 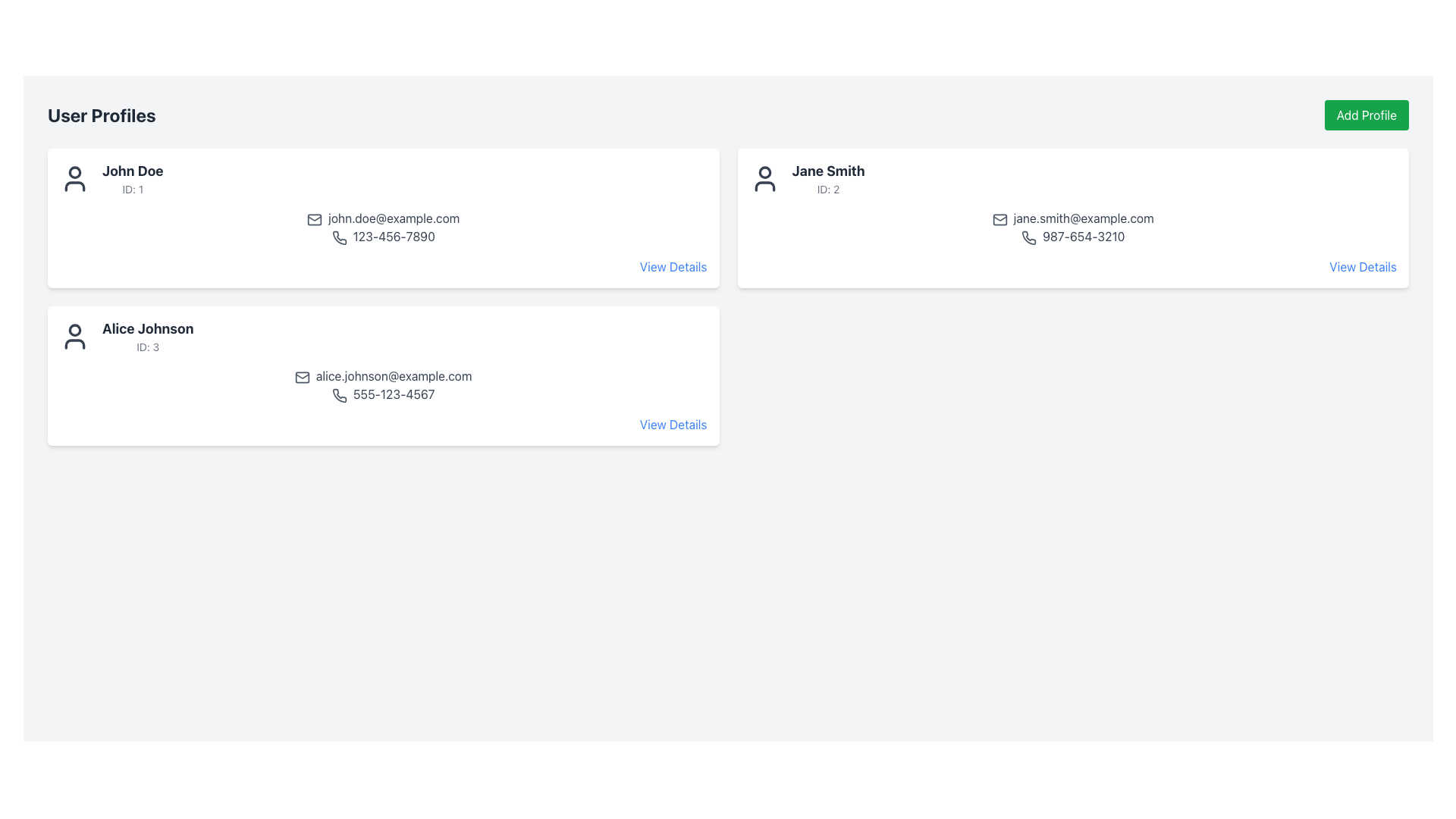 What do you see at coordinates (1029, 237) in the screenshot?
I see `the telephone icon located in the profile card for 'Jane Smith', which indicates the associated phone number '987-654-3210'` at bounding box center [1029, 237].